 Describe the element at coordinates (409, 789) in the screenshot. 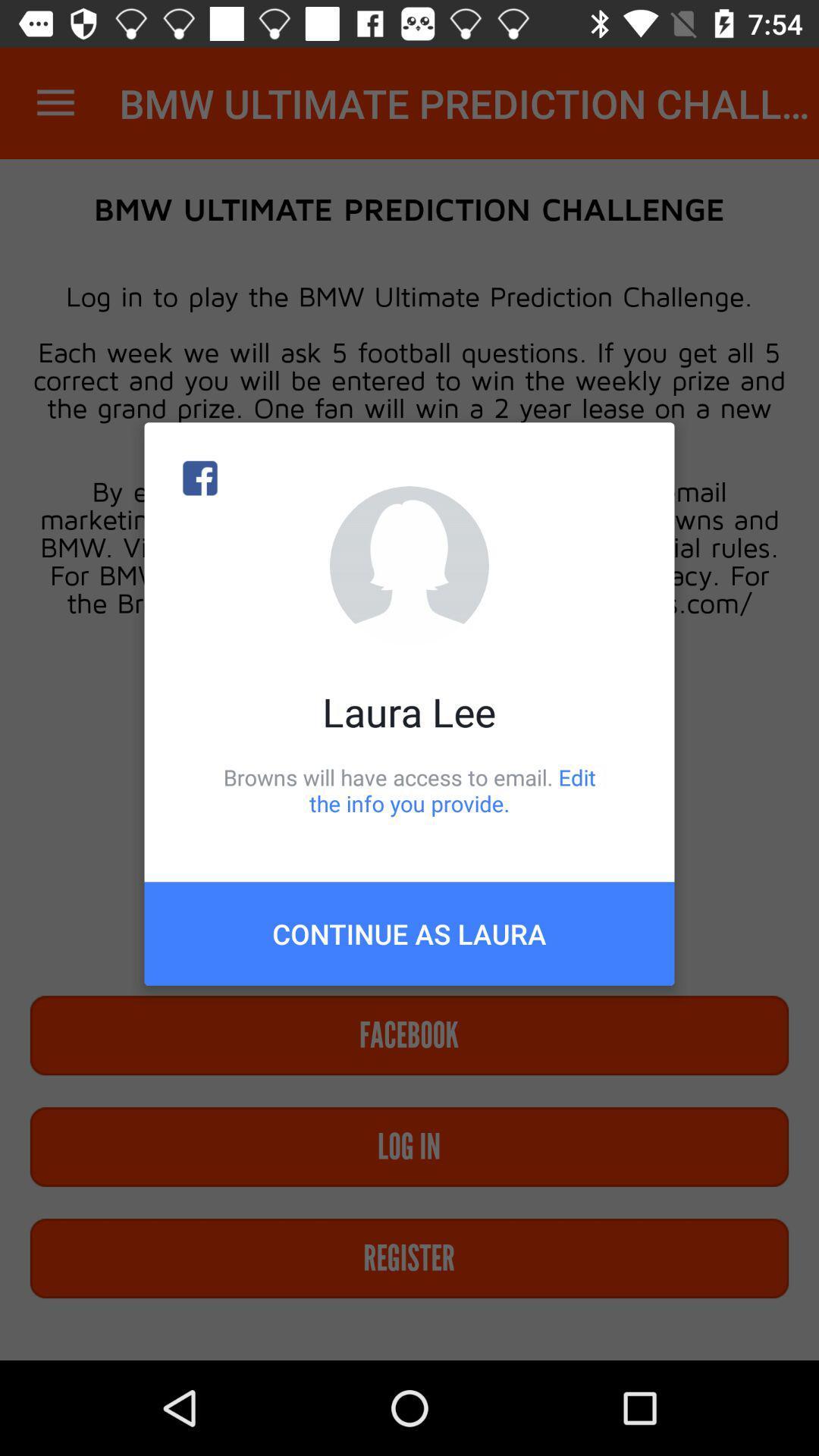

I see `item below the laura lee item` at that location.